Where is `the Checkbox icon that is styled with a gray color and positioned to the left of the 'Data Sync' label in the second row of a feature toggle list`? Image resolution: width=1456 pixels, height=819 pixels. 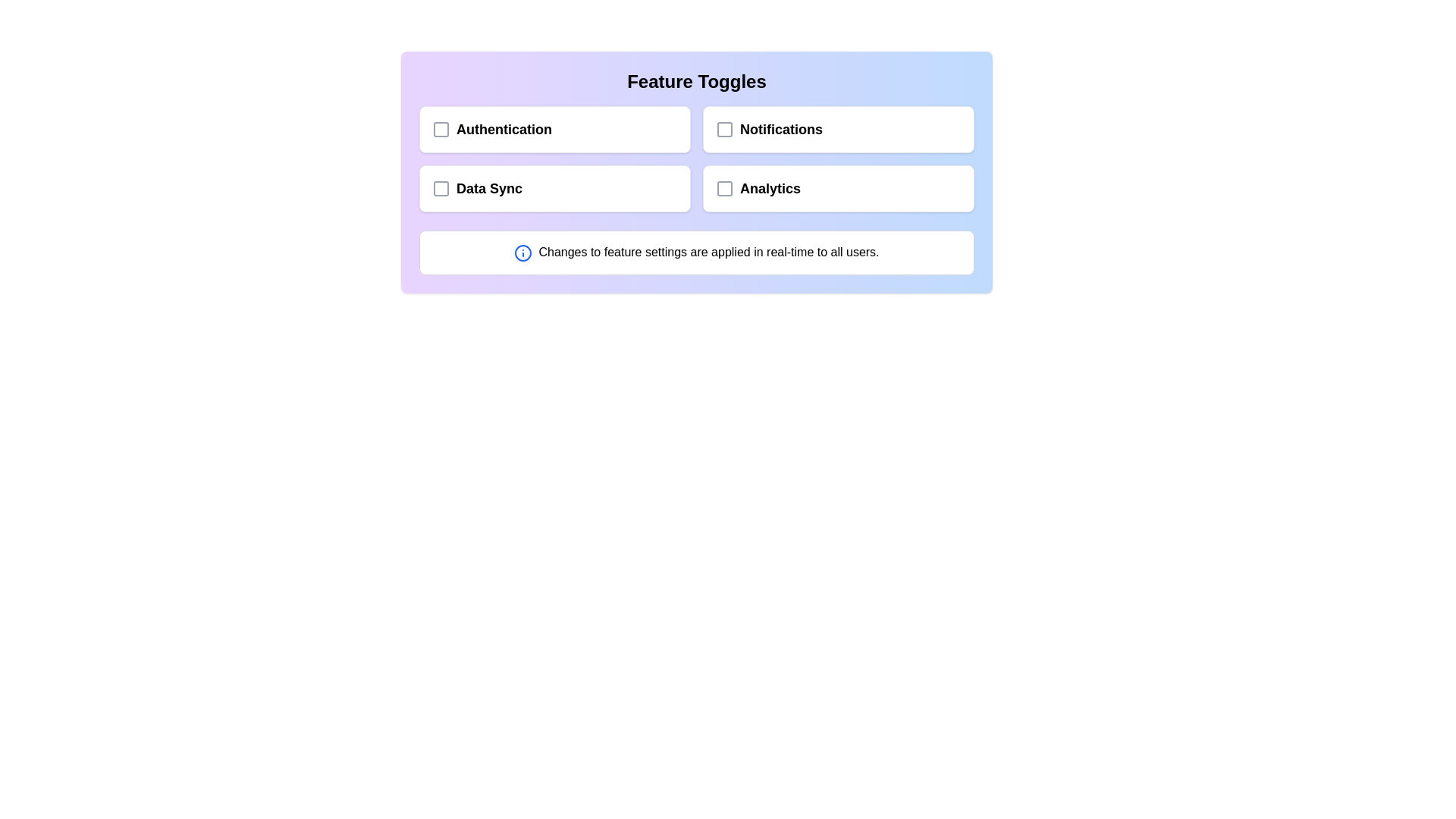
the Checkbox icon that is styled with a gray color and positioned to the left of the 'Data Sync' label in the second row of a feature toggle list is located at coordinates (440, 188).